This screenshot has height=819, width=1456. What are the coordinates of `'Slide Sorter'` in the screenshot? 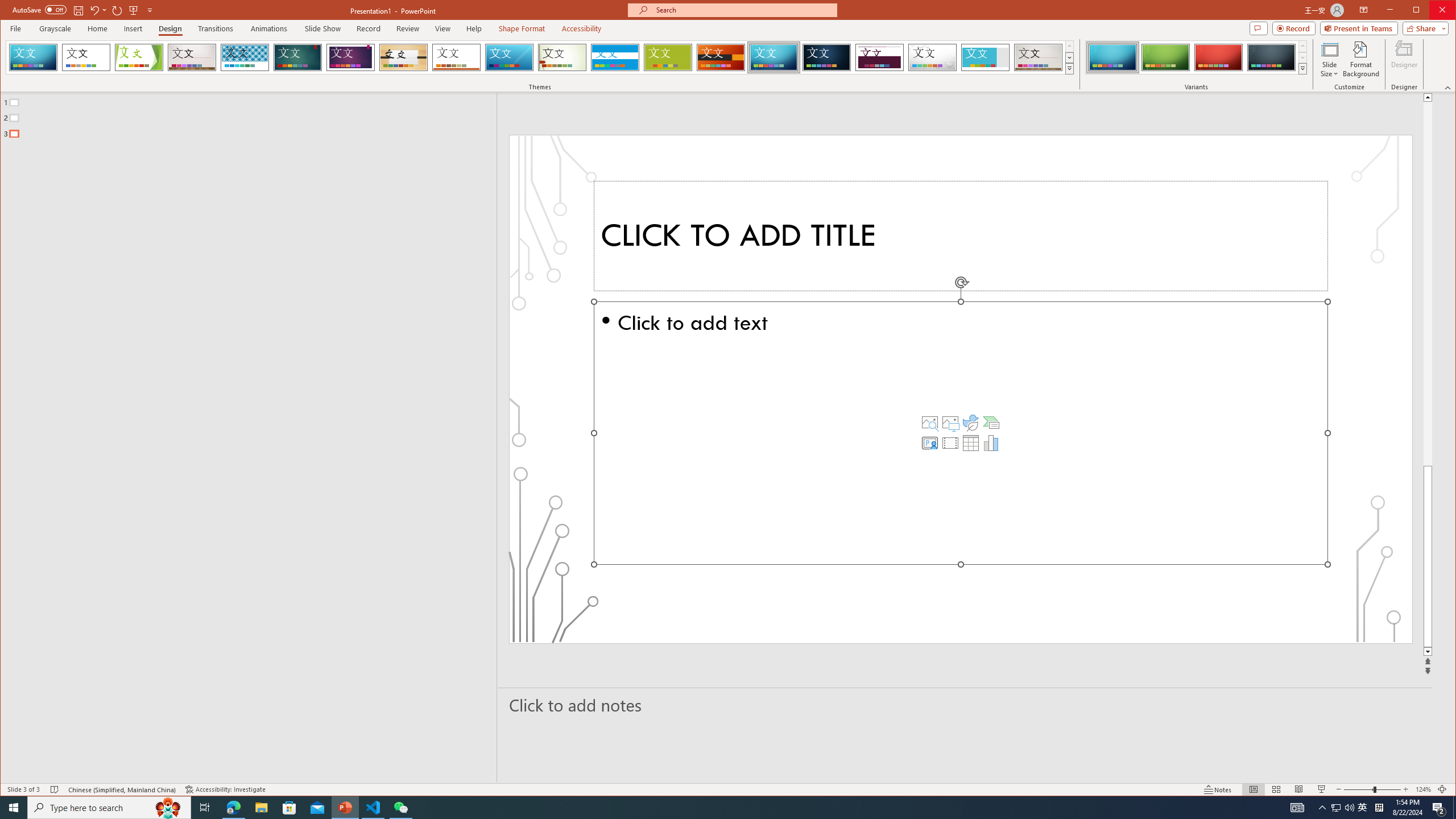 It's located at (1275, 789).